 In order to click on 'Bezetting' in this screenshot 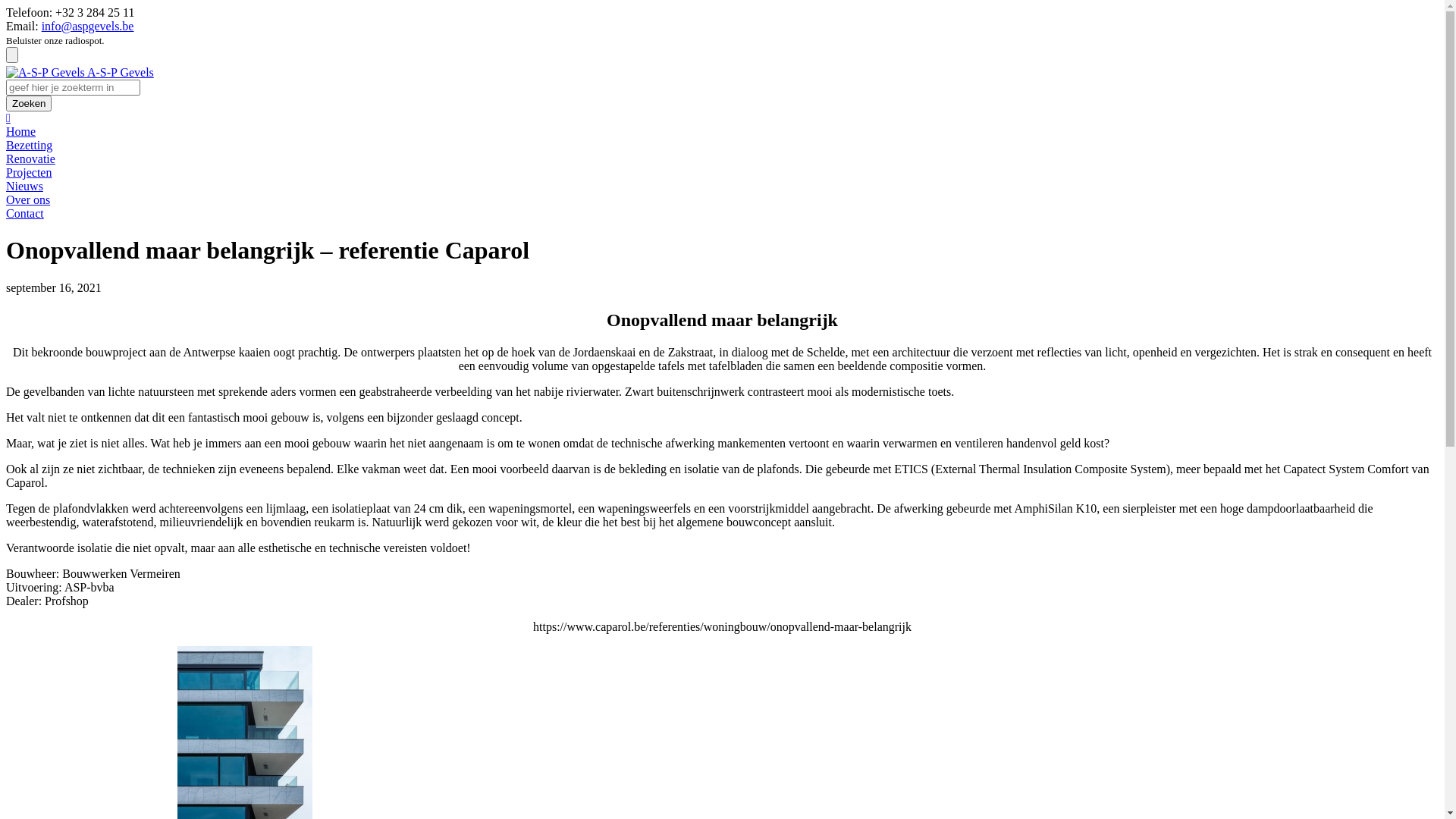, I will do `click(29, 145)`.